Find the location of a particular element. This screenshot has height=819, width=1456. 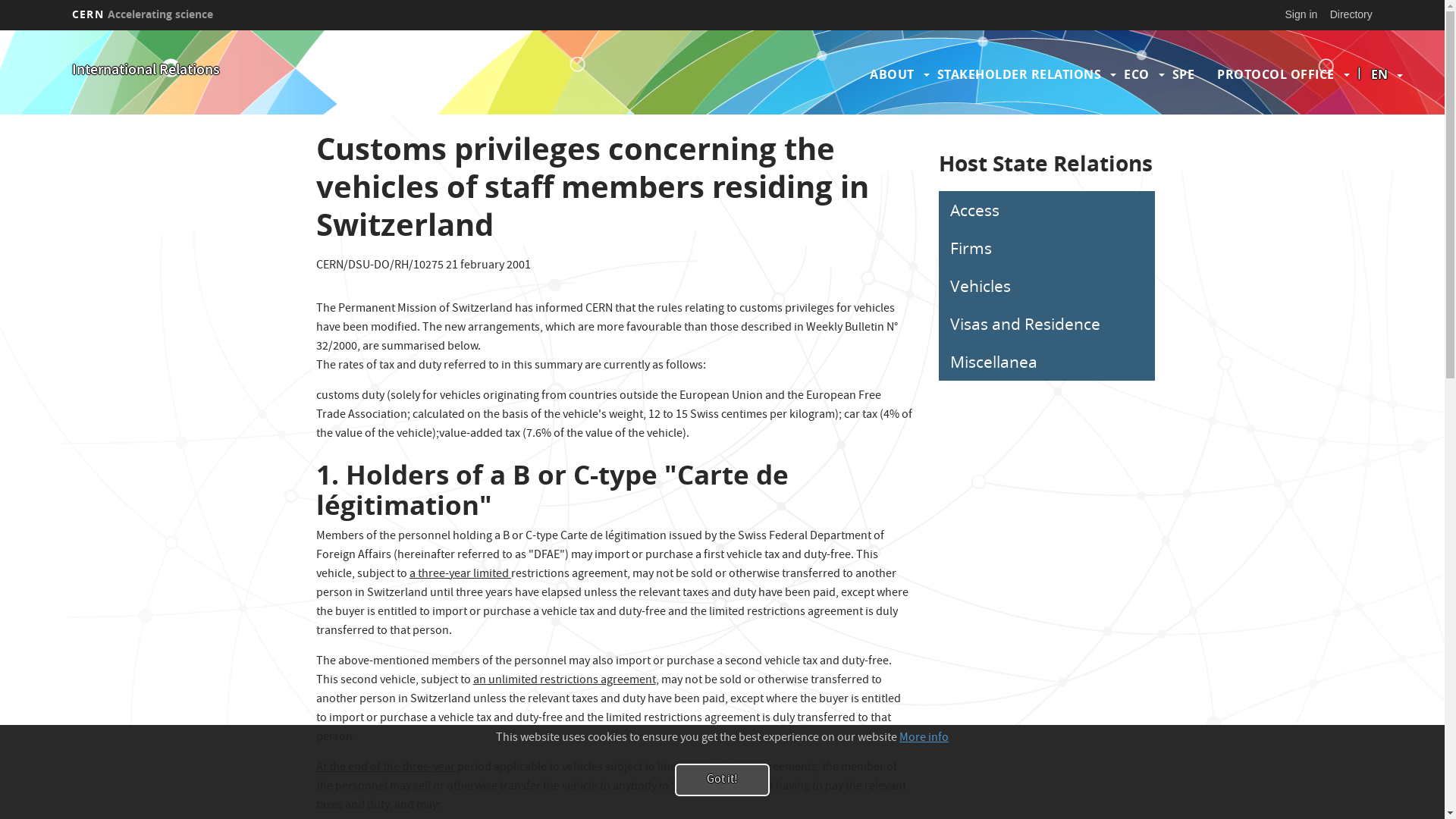

'Firms' is located at coordinates (1046, 247).